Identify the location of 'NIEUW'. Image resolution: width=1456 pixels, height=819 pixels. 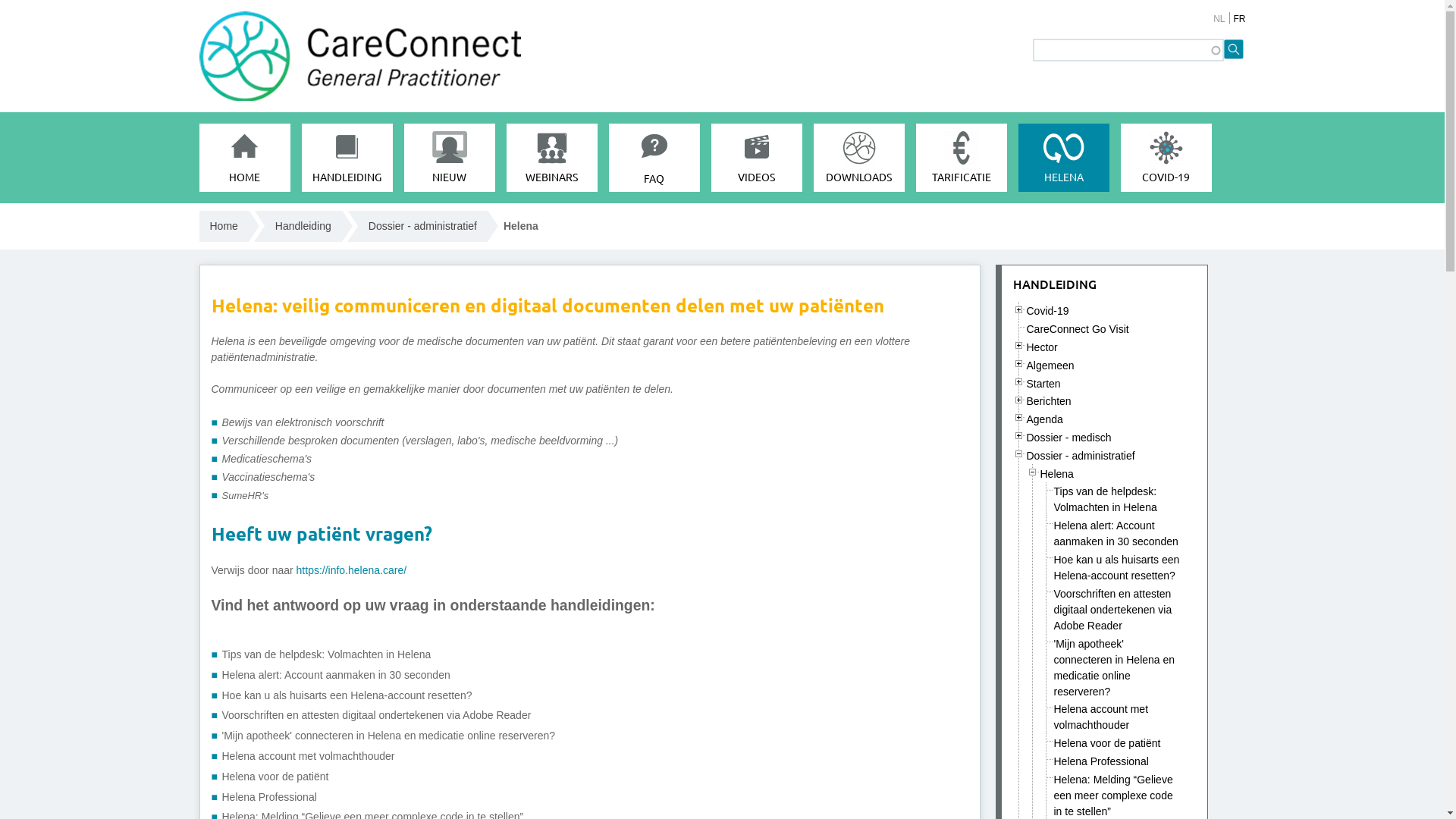
(403, 158).